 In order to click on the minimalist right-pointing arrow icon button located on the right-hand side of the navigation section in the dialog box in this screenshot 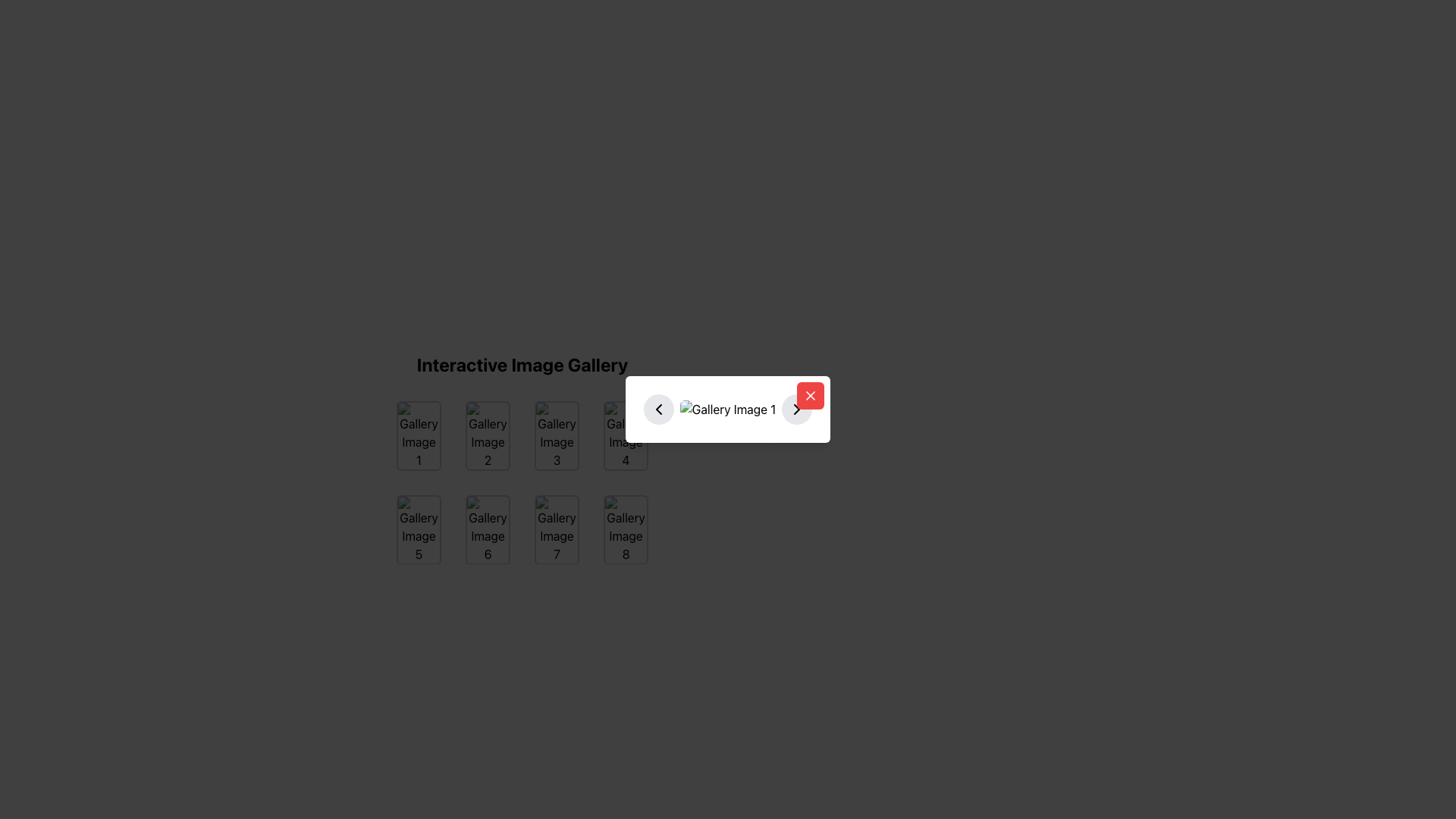, I will do `click(796, 409)`.